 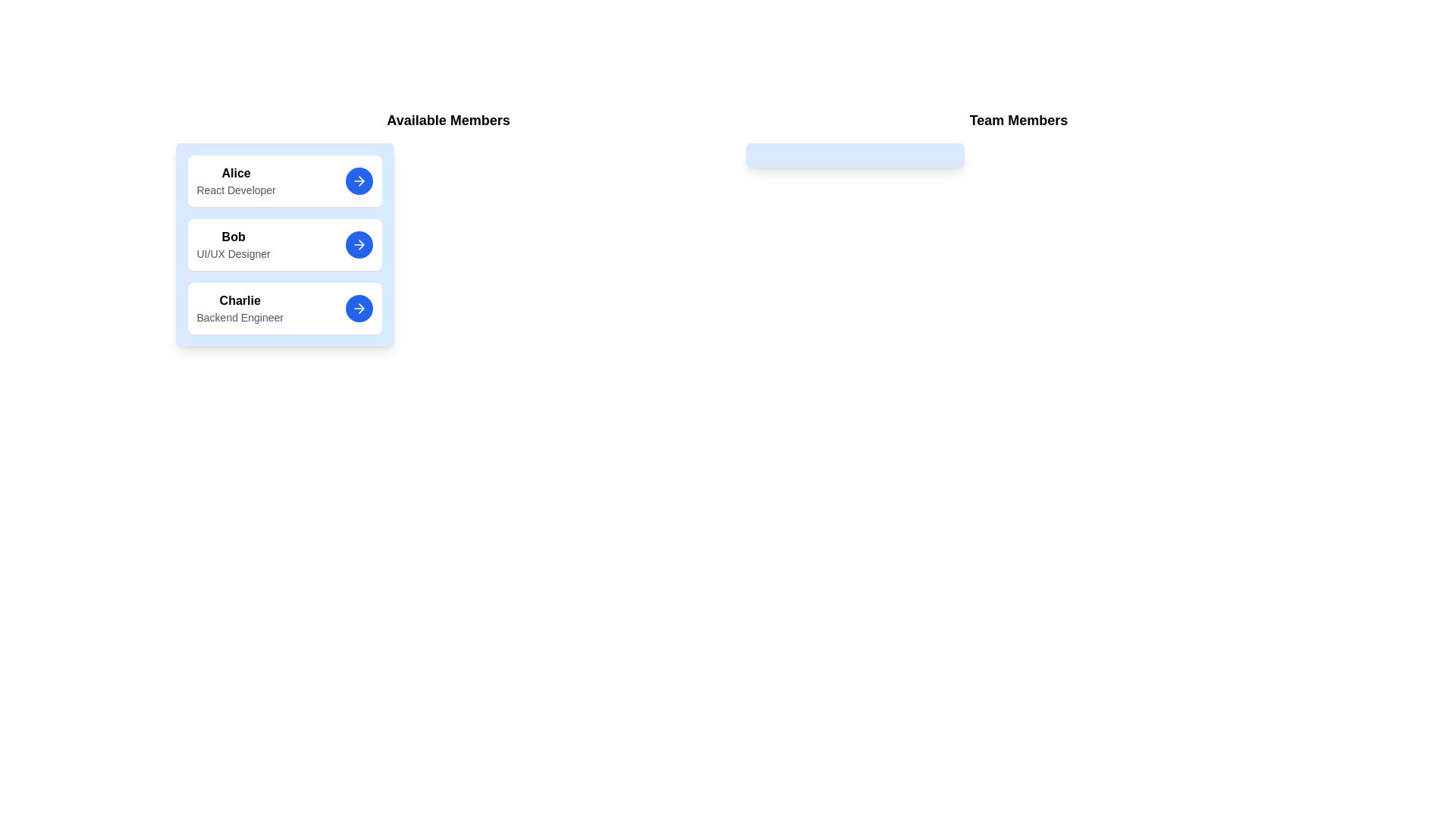 I want to click on arrow button next to Alice to move them to the team, so click(x=358, y=180).